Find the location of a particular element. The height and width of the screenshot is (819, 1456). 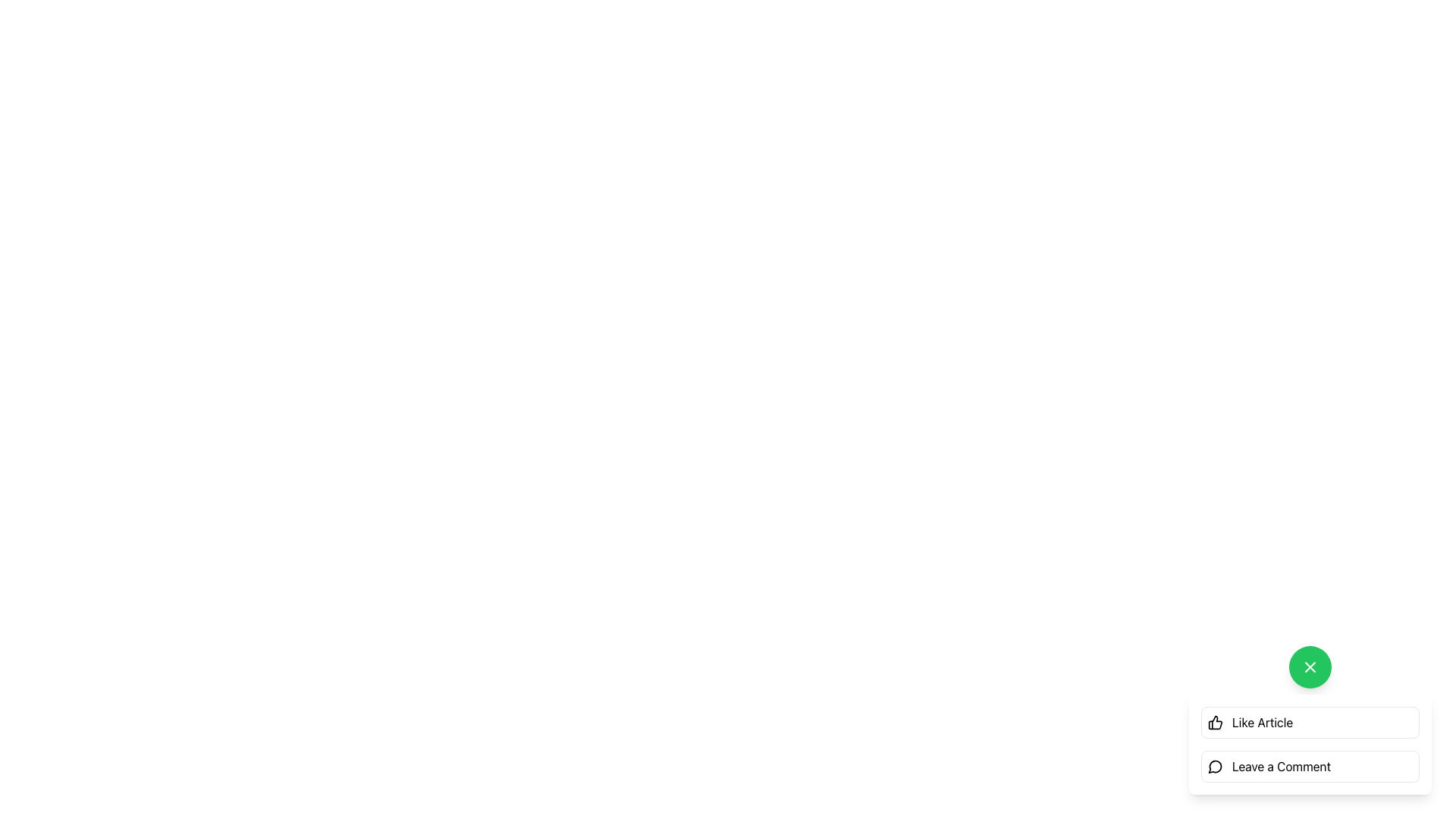

the 'Leave a Comment' button, which is a rectangular button with a comment bubble icon and a white background is located at coordinates (1310, 766).